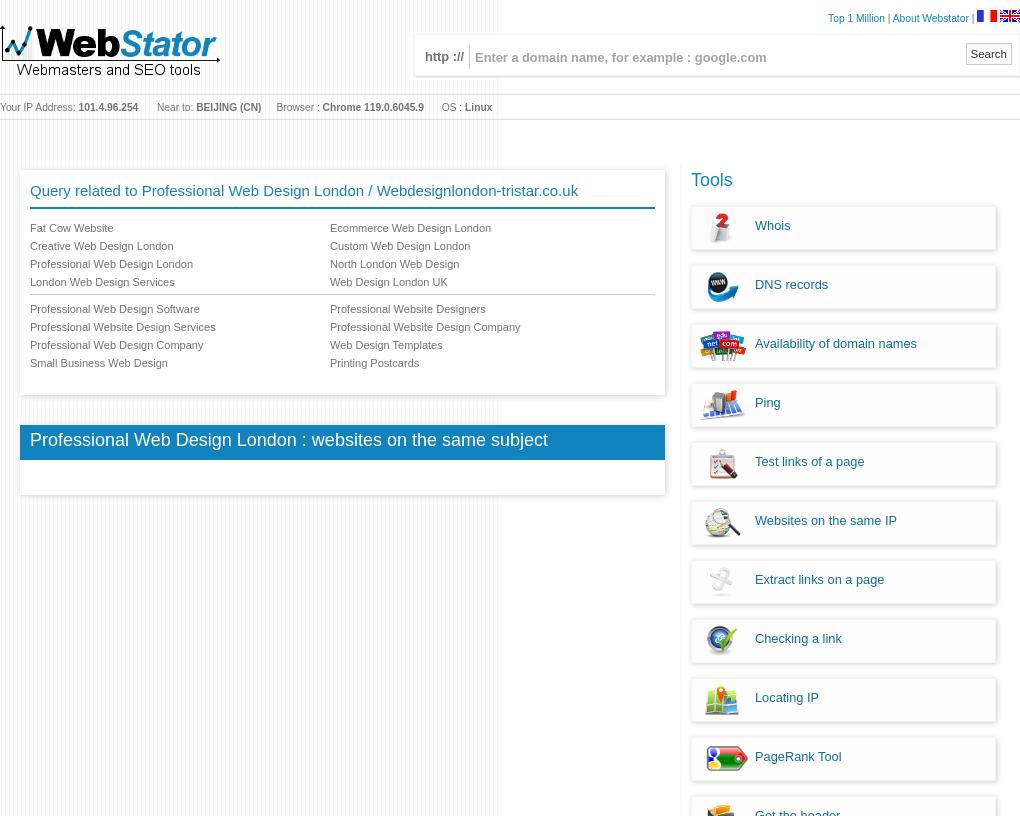 The height and width of the screenshot is (816, 1020). What do you see at coordinates (167, 107) in the screenshot?
I see `'Near'` at bounding box center [167, 107].